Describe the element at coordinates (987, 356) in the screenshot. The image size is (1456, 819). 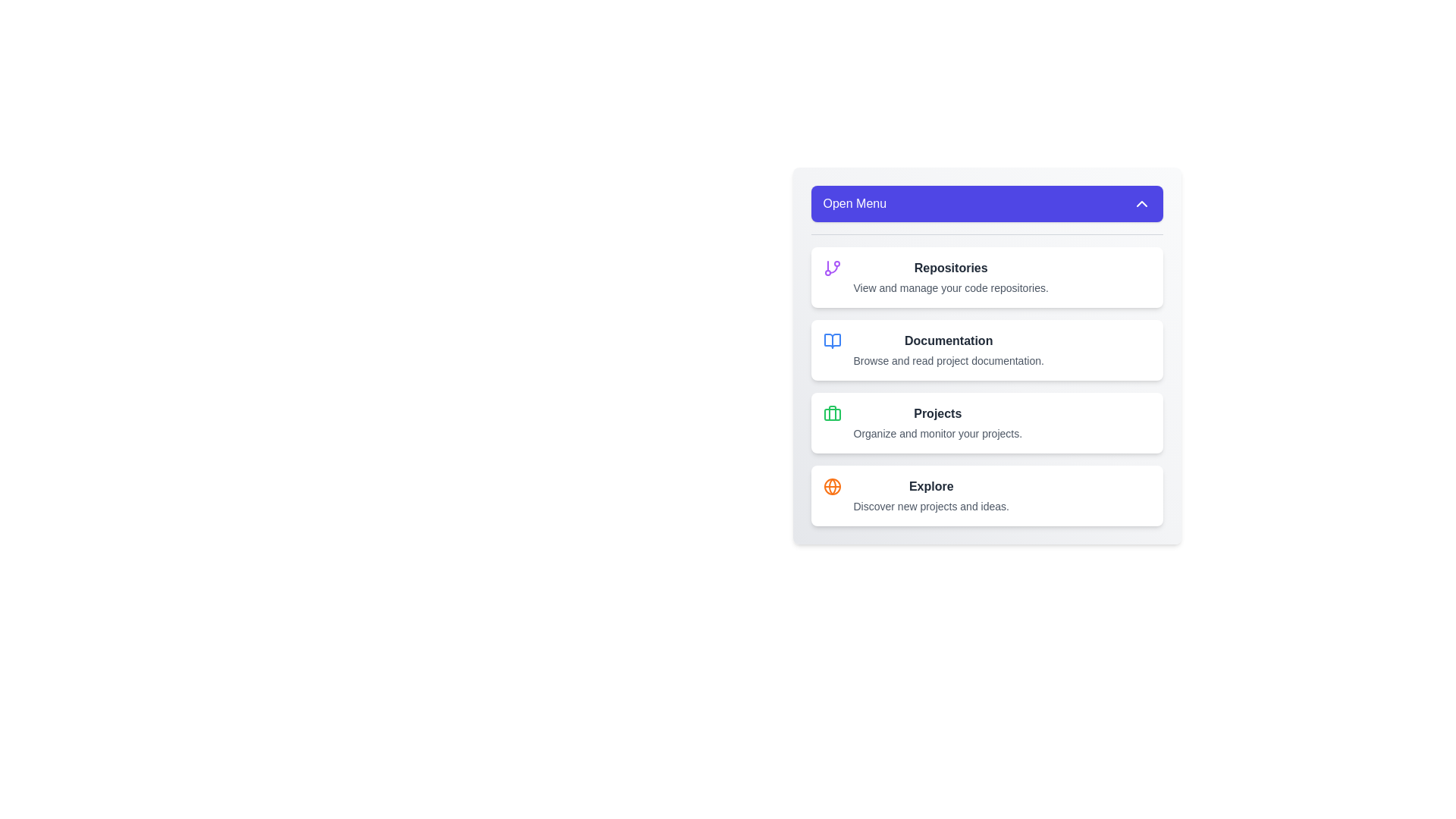
I see `keyboard navigation` at that location.